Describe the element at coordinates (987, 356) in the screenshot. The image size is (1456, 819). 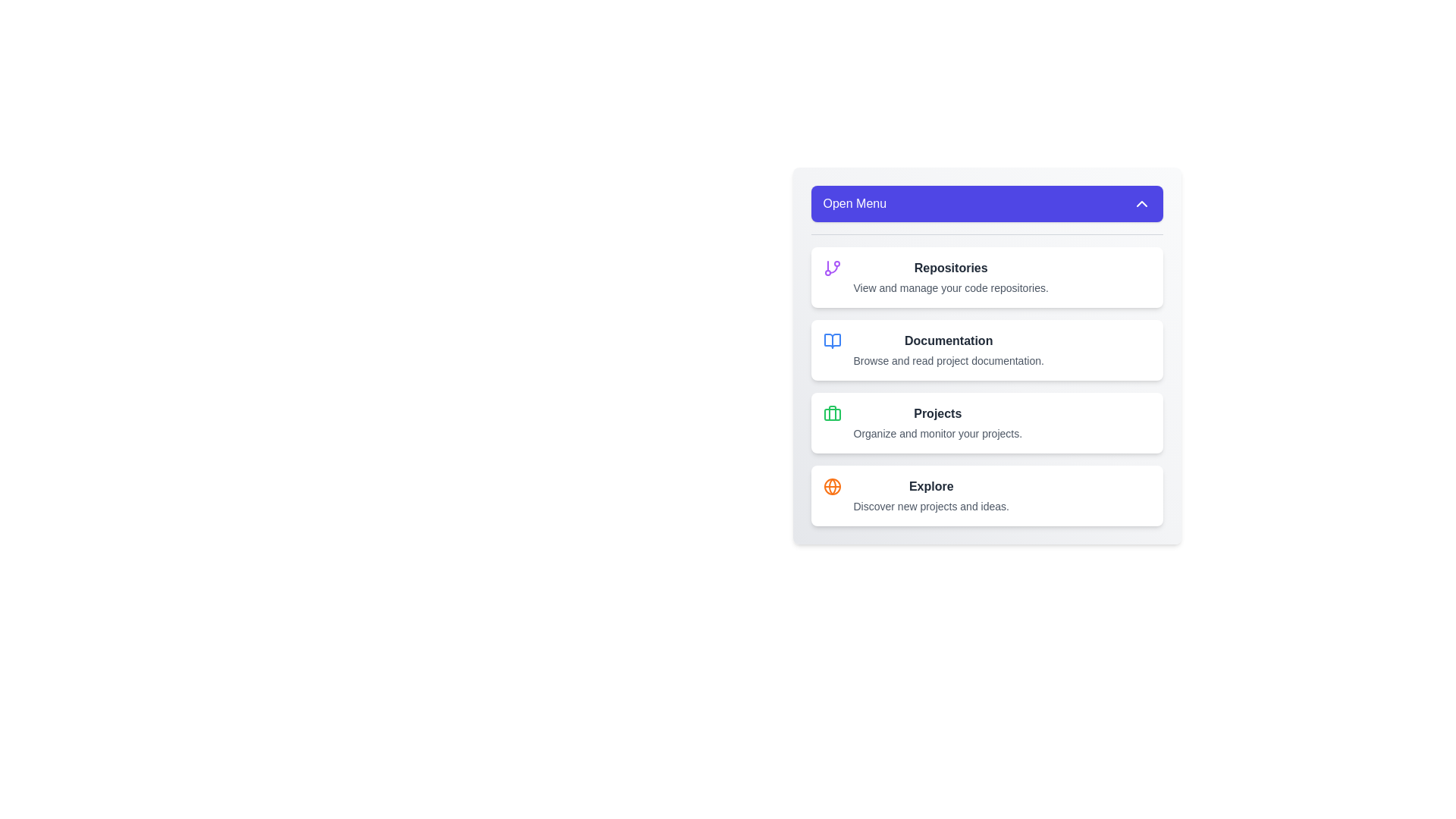
I see `keyboard navigation` at that location.